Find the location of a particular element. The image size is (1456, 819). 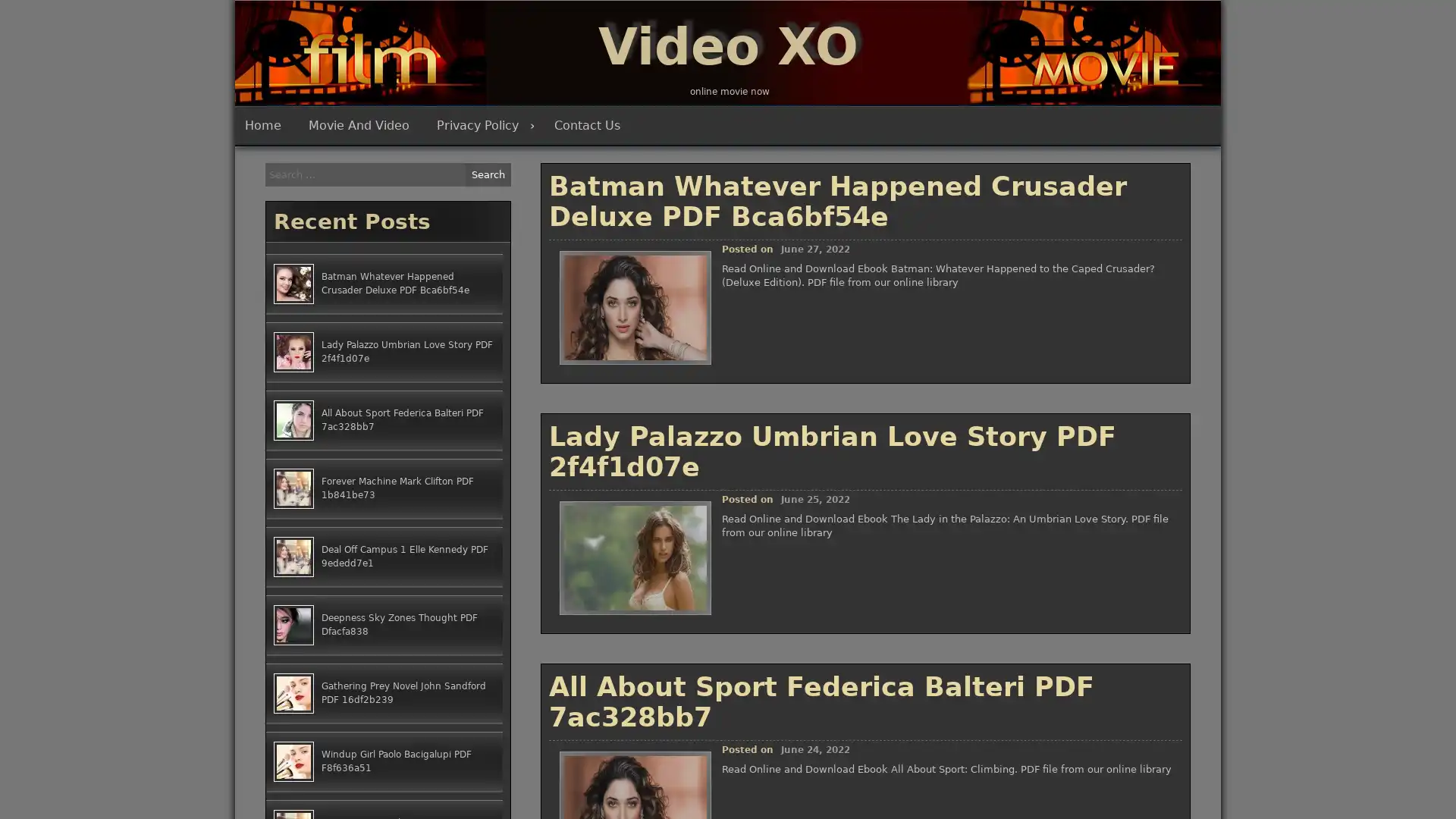

Search is located at coordinates (488, 174).